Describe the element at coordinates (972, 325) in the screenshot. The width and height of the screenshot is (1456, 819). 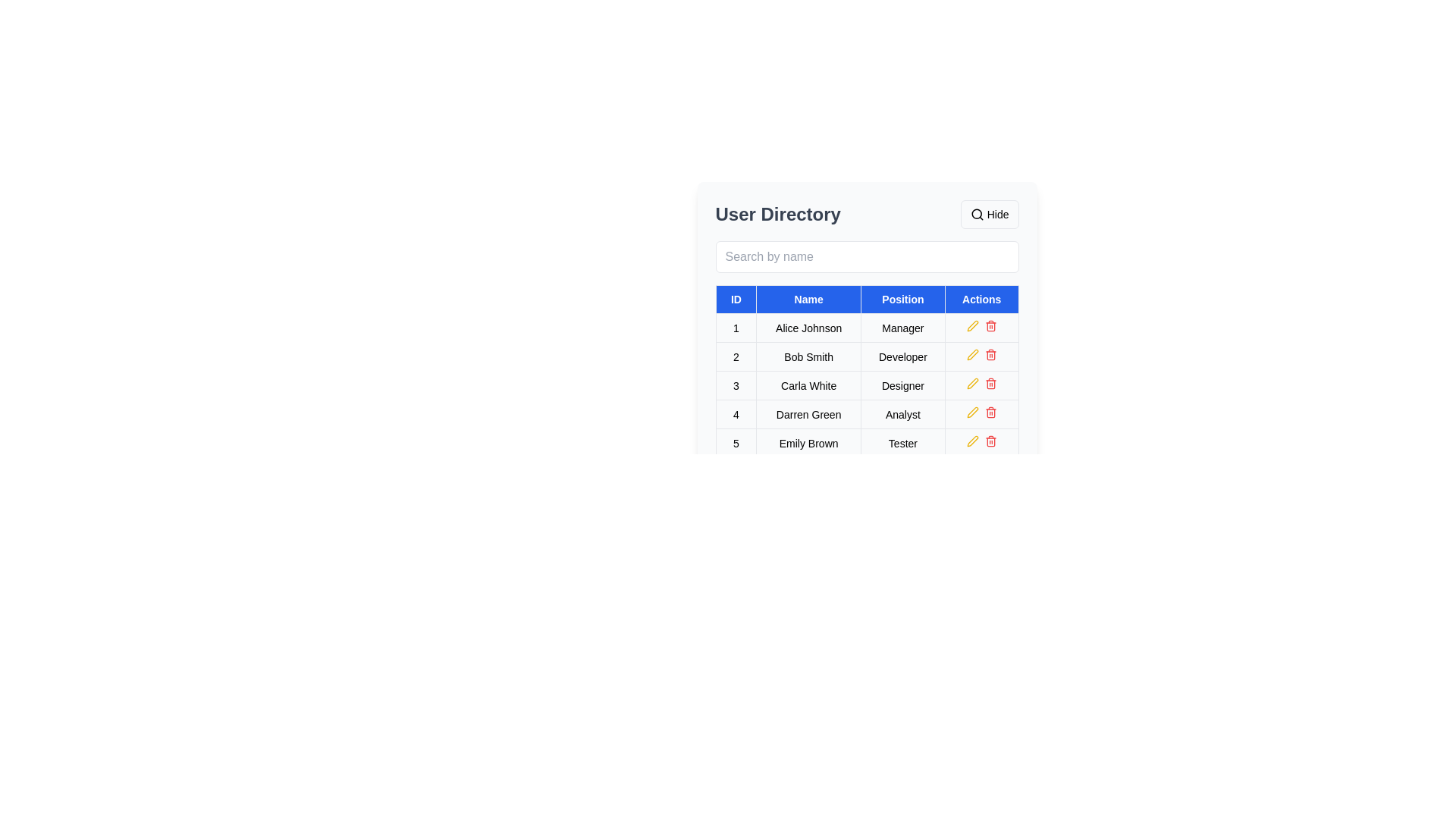
I see `the edit button icon located in the 'Actions' column of the table row for 'Bob Smith, Developer'` at that location.